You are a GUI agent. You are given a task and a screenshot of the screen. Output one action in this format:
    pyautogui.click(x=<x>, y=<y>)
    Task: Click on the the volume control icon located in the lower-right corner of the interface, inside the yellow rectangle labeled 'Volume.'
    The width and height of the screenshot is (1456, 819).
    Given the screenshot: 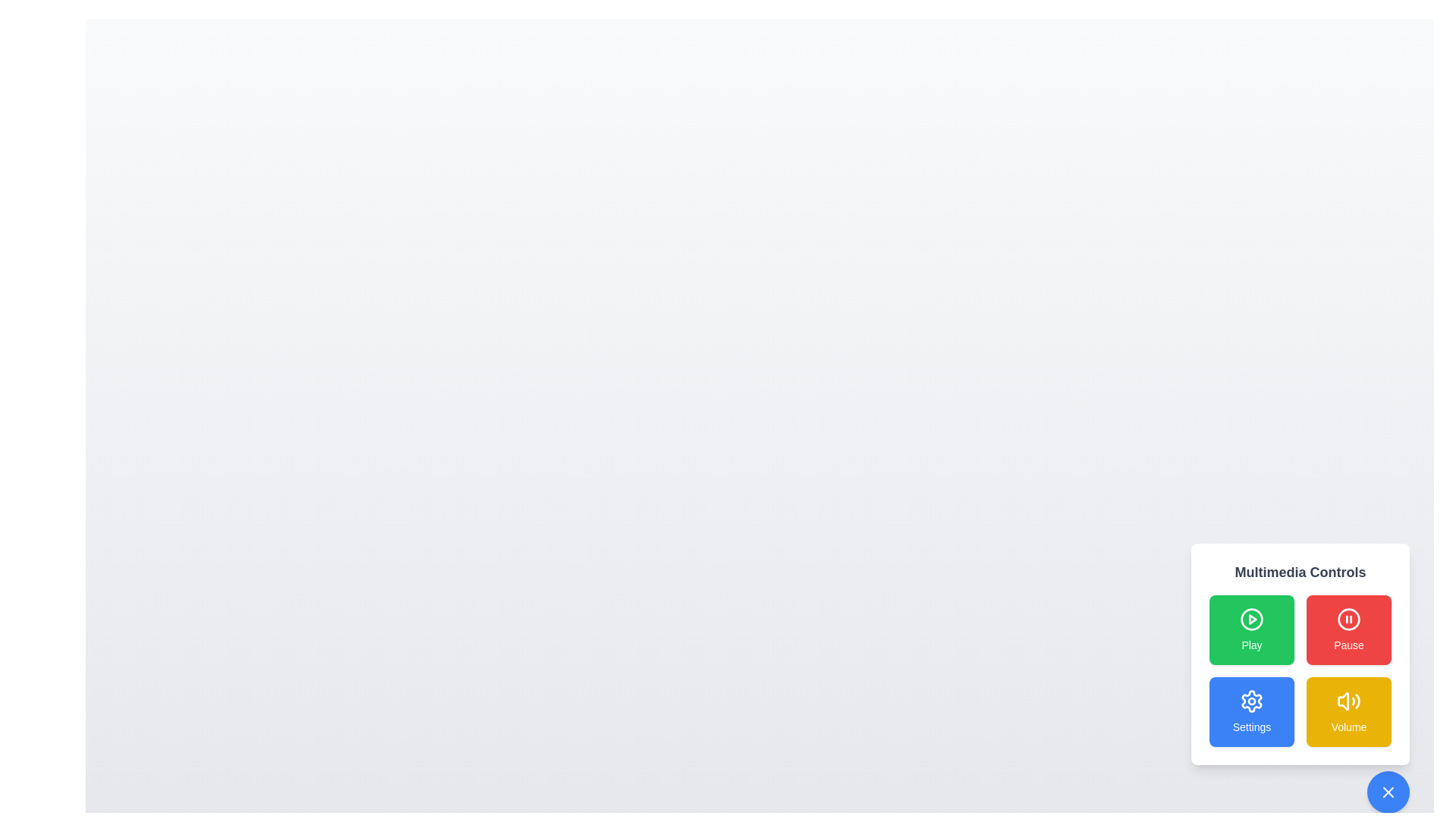 What is the action you would take?
    pyautogui.click(x=1349, y=701)
    